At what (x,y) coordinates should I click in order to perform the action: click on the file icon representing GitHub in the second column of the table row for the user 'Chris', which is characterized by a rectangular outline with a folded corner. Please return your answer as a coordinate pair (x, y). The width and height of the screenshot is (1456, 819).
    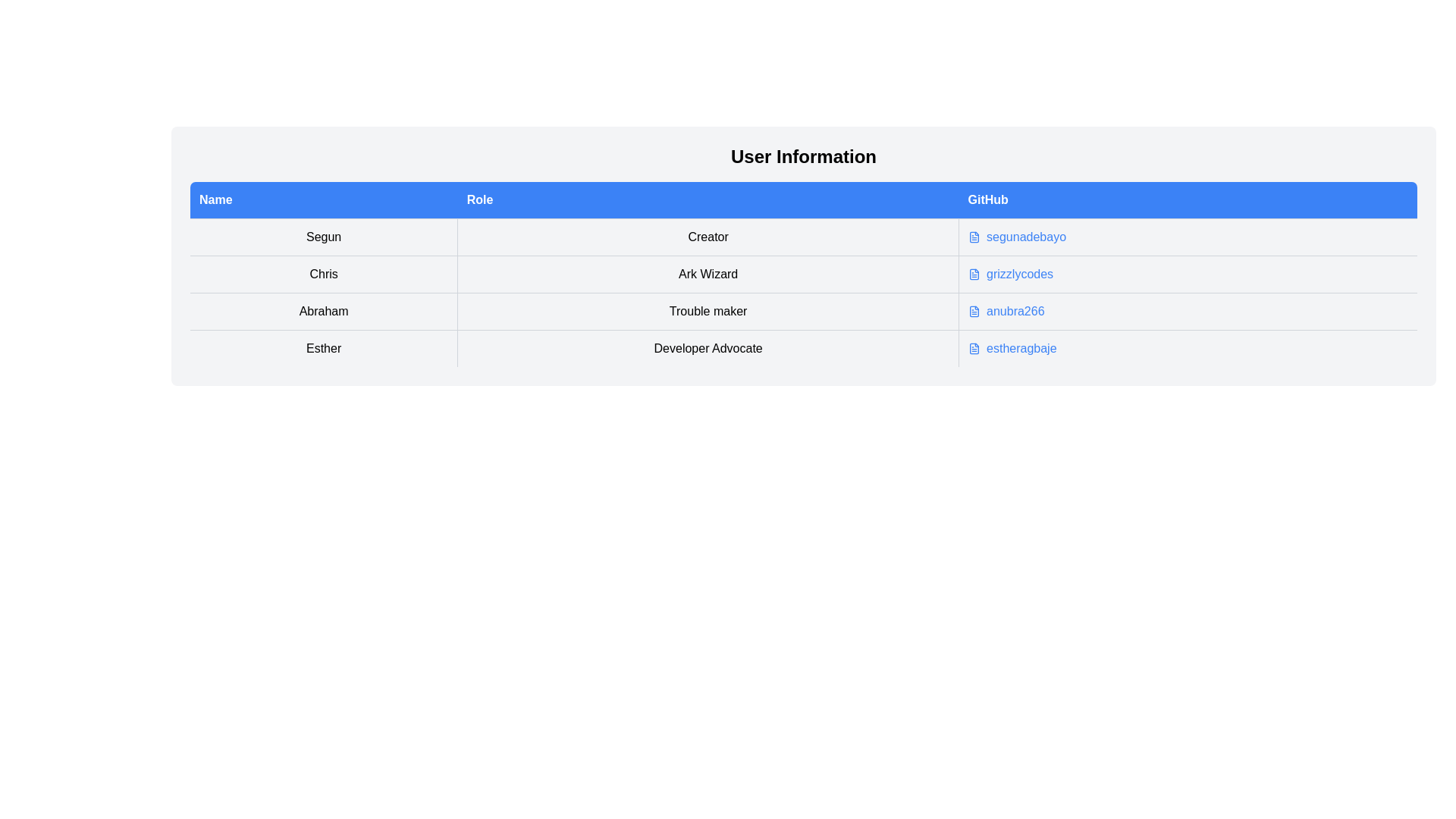
    Looking at the image, I should click on (974, 275).